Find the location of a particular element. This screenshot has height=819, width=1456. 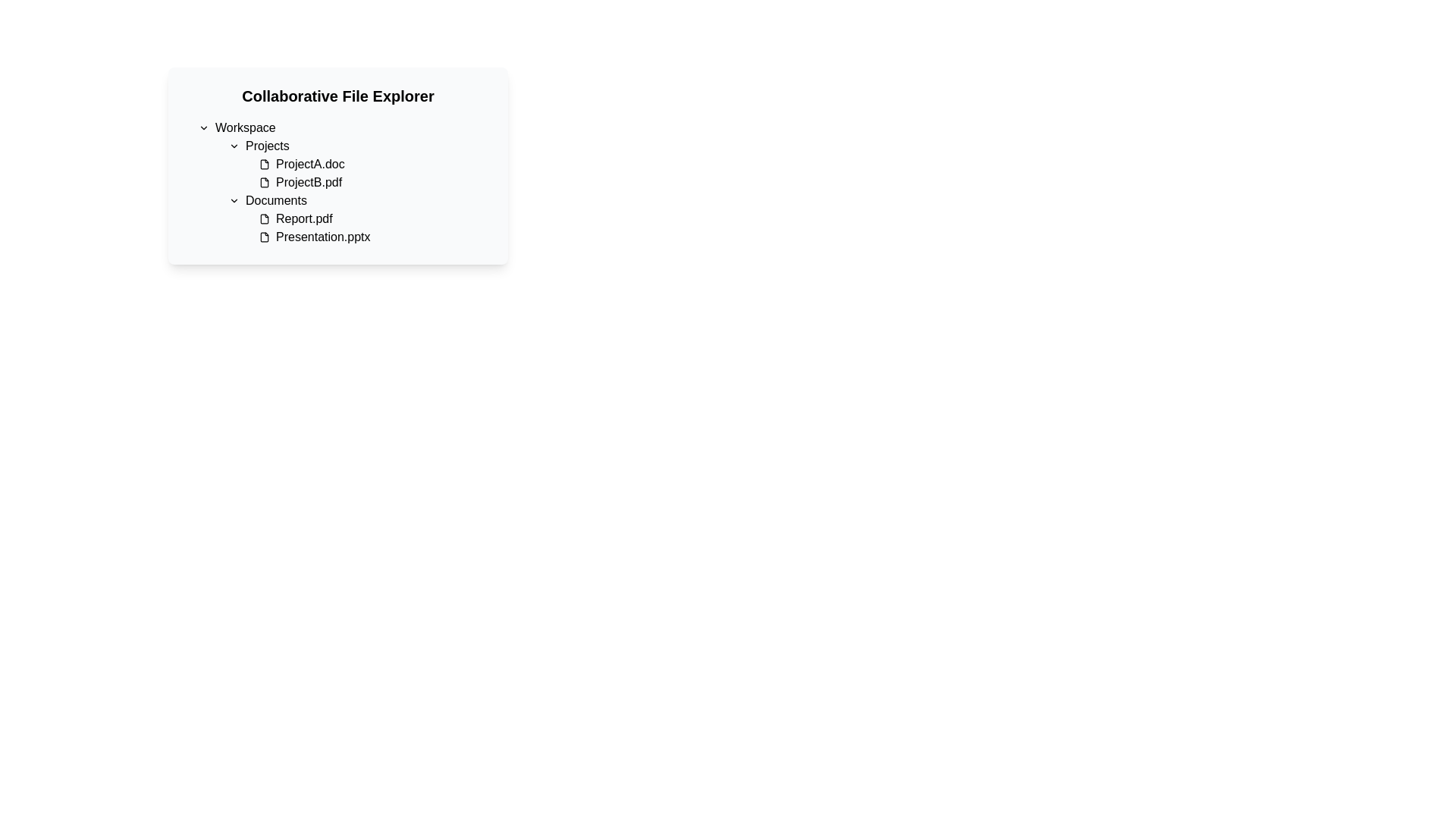

the file icon representing 'ProjectB.pdf' in the 'Projects' subsection of the 'Collaborative File Explorer' is located at coordinates (265, 181).